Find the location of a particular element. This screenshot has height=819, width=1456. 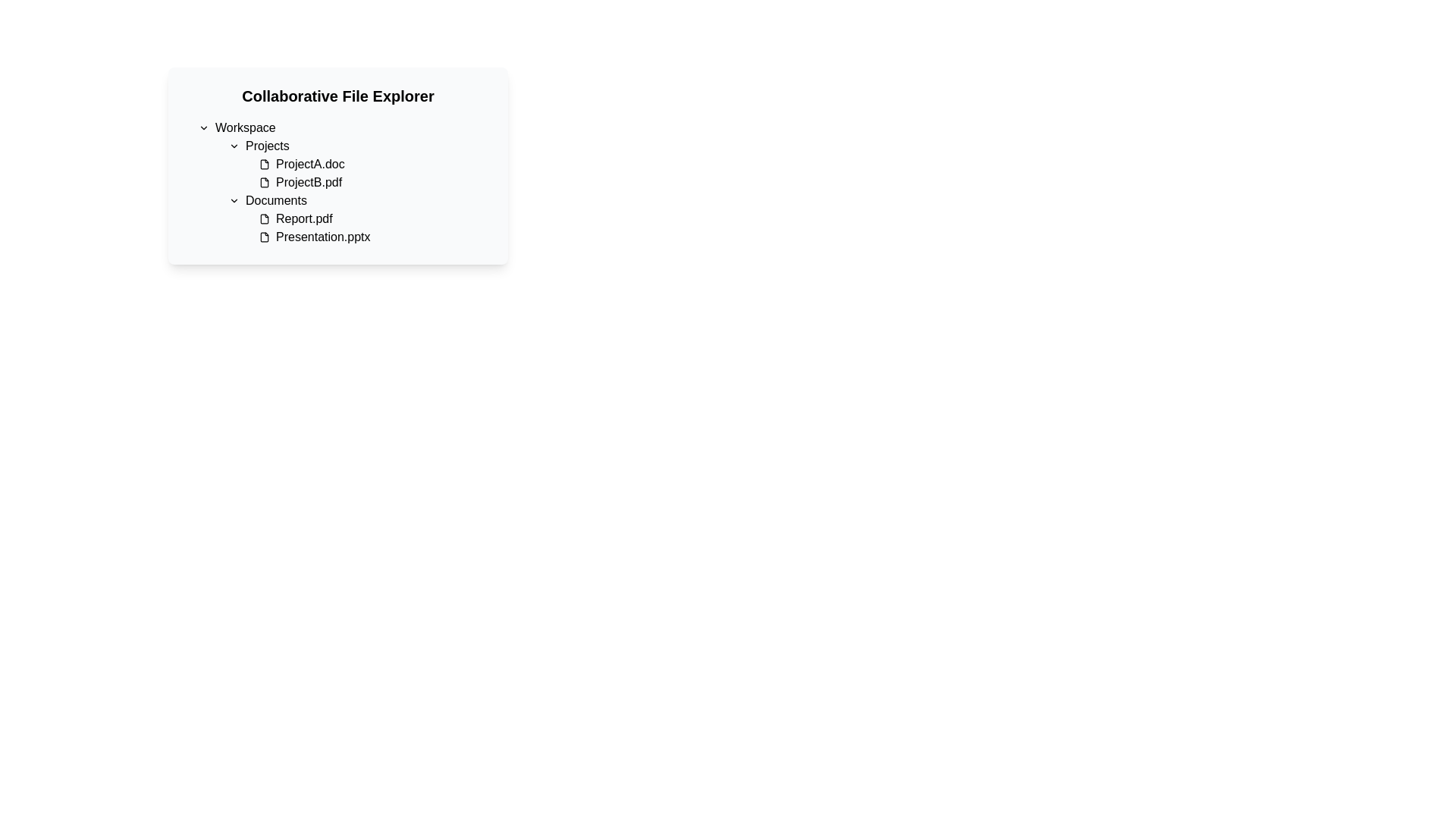

the file icon representing 'ProjectB.pdf' in the 'Projects' subsection of the 'Collaborative File Explorer' is located at coordinates (265, 181).